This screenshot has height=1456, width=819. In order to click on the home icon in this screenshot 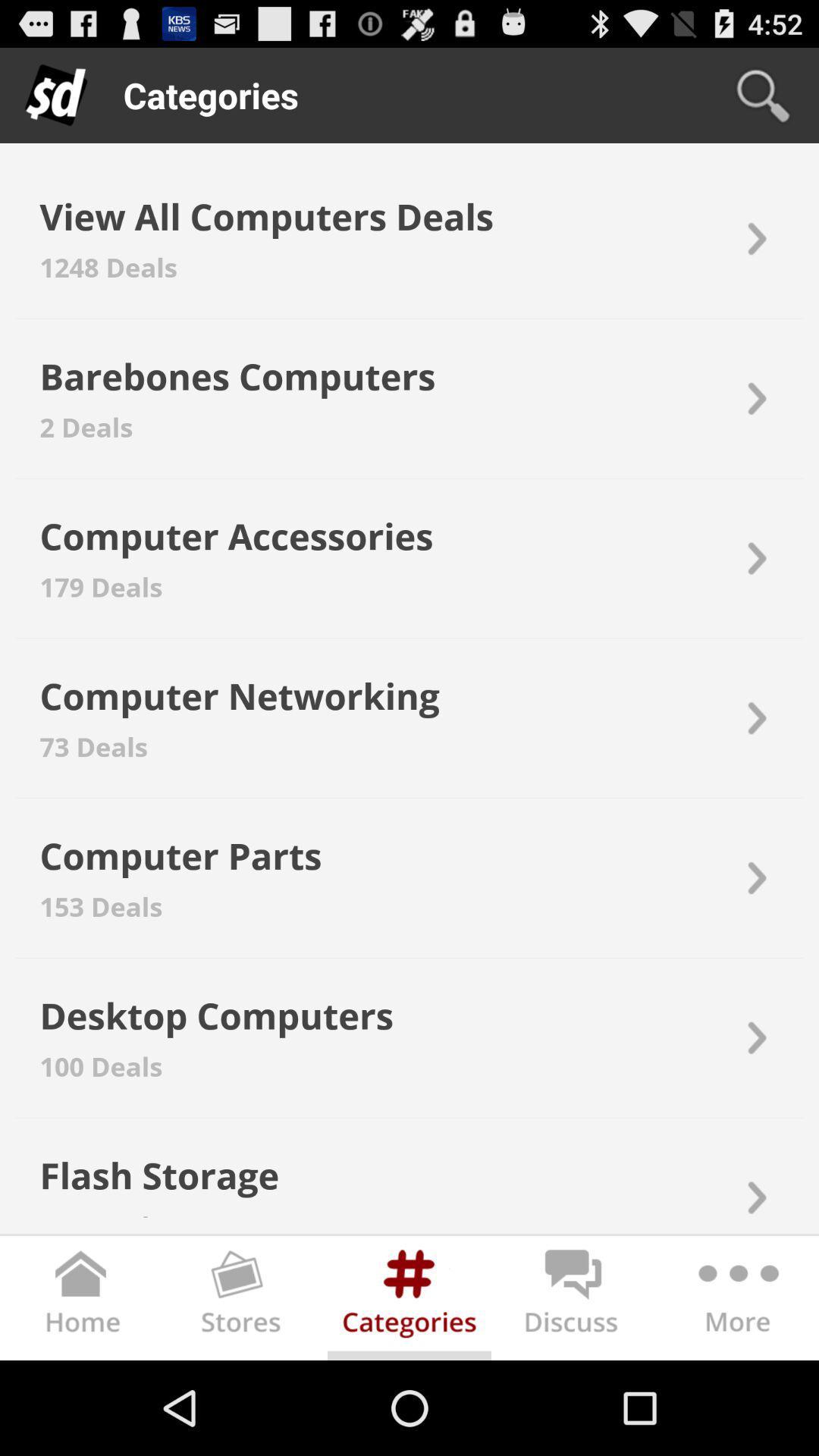, I will do `click(82, 1392)`.